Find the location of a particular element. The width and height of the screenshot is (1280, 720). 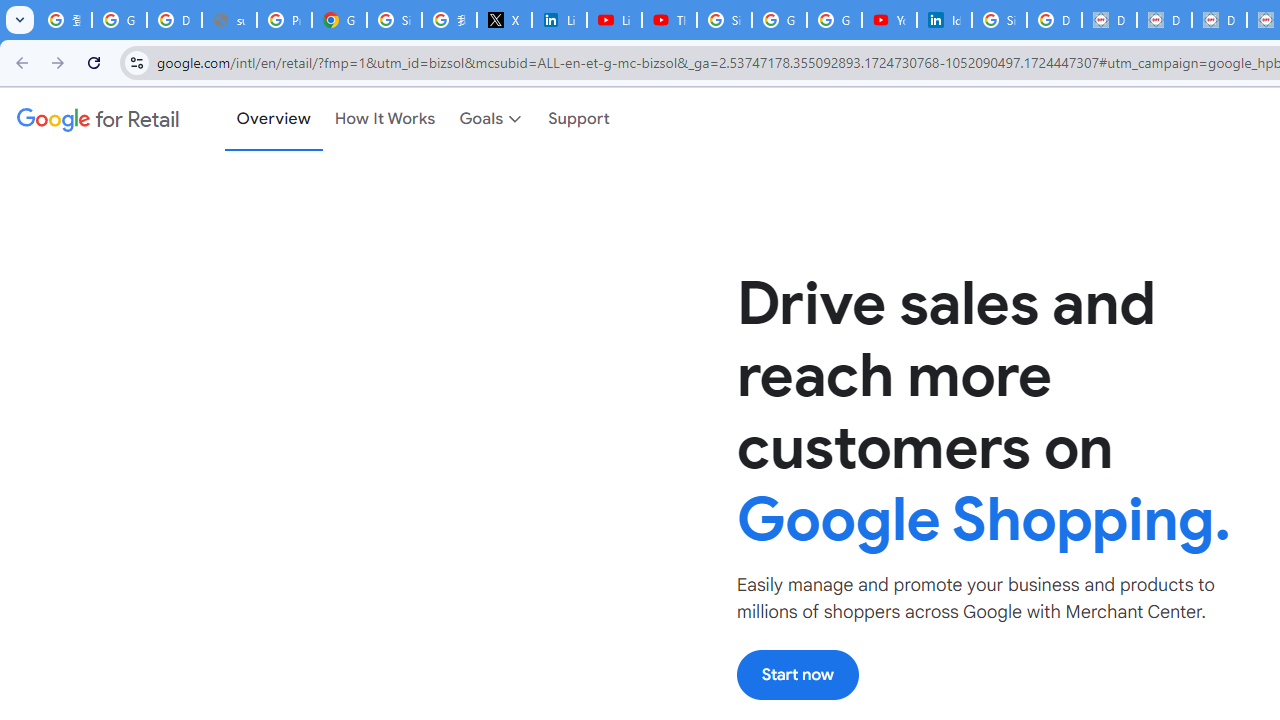

'Support' is located at coordinates (578, 119).